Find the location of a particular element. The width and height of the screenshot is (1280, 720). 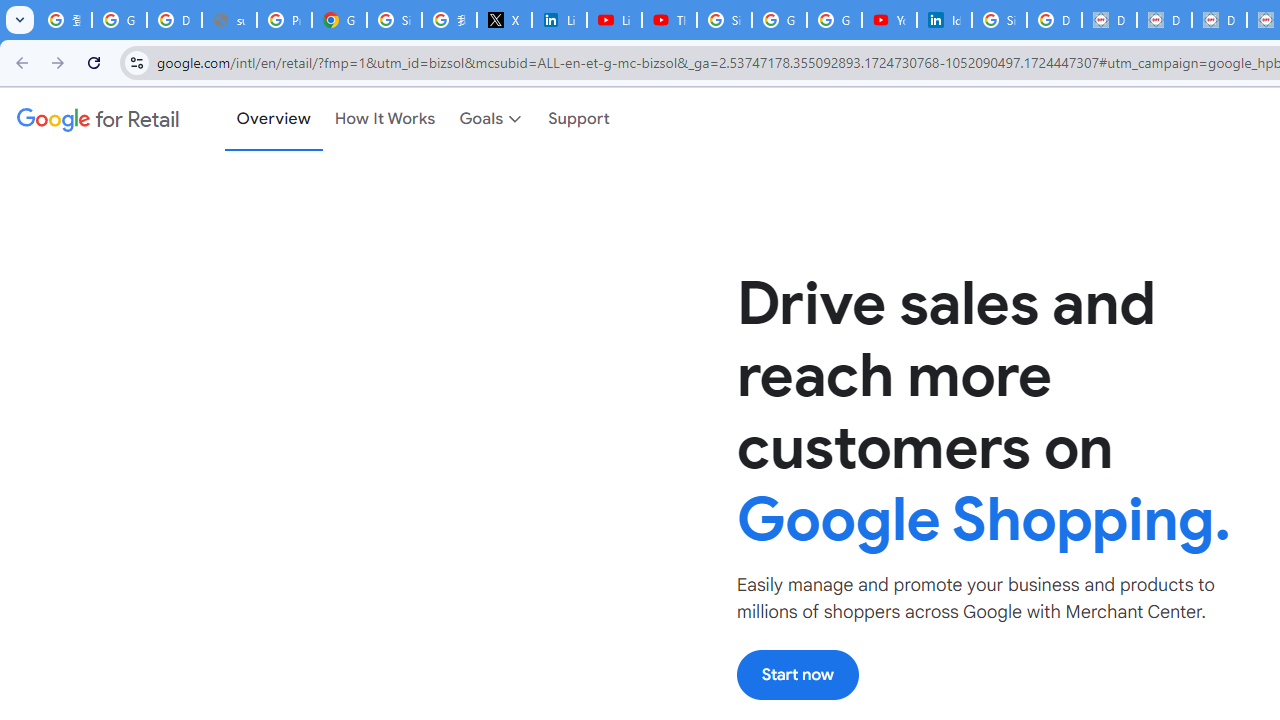

'Support' is located at coordinates (578, 119).